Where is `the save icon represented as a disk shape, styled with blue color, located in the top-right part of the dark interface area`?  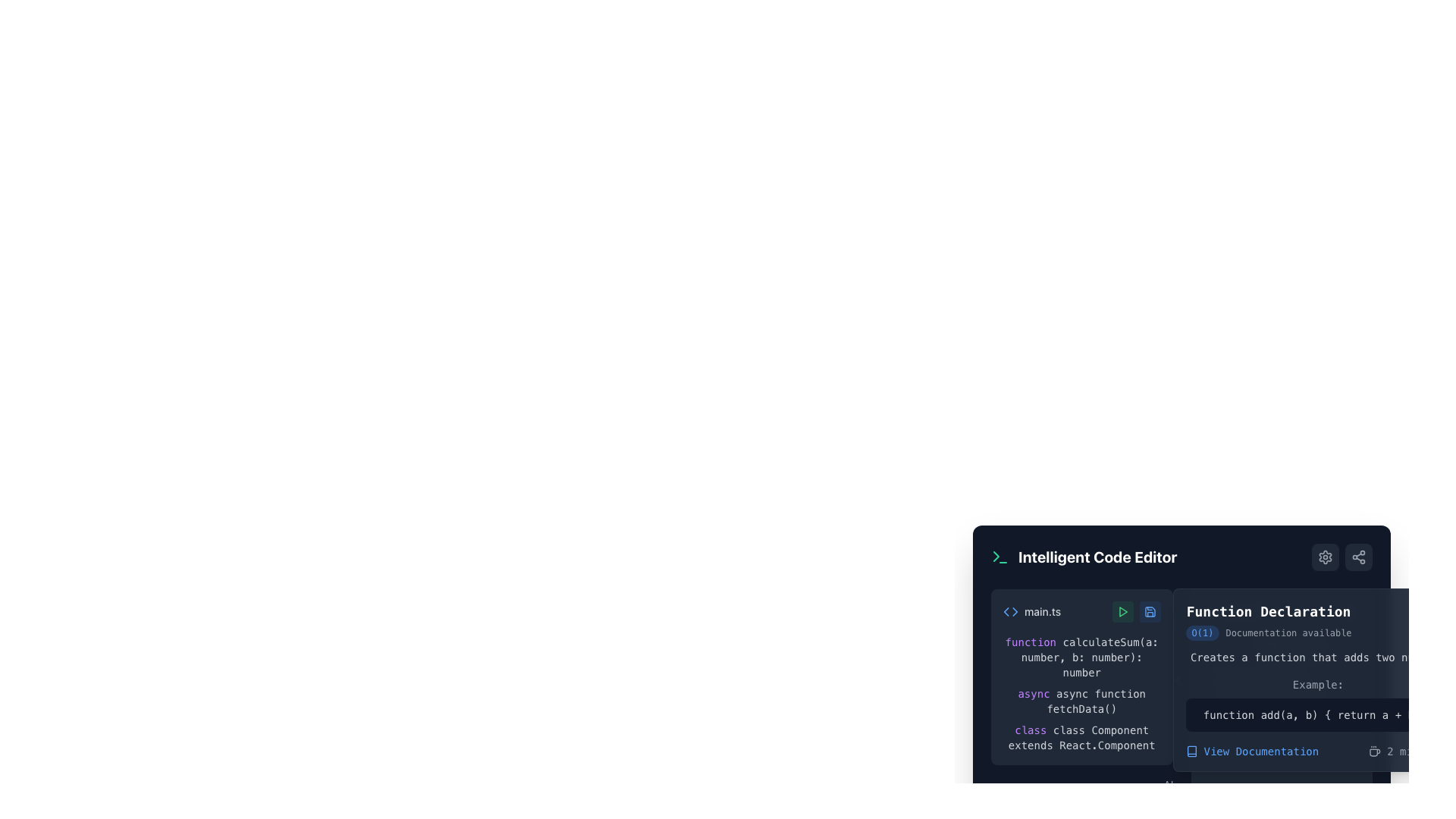 the save icon represented as a disk shape, styled with blue color, located in the top-right part of the dark interface area is located at coordinates (1150, 610).